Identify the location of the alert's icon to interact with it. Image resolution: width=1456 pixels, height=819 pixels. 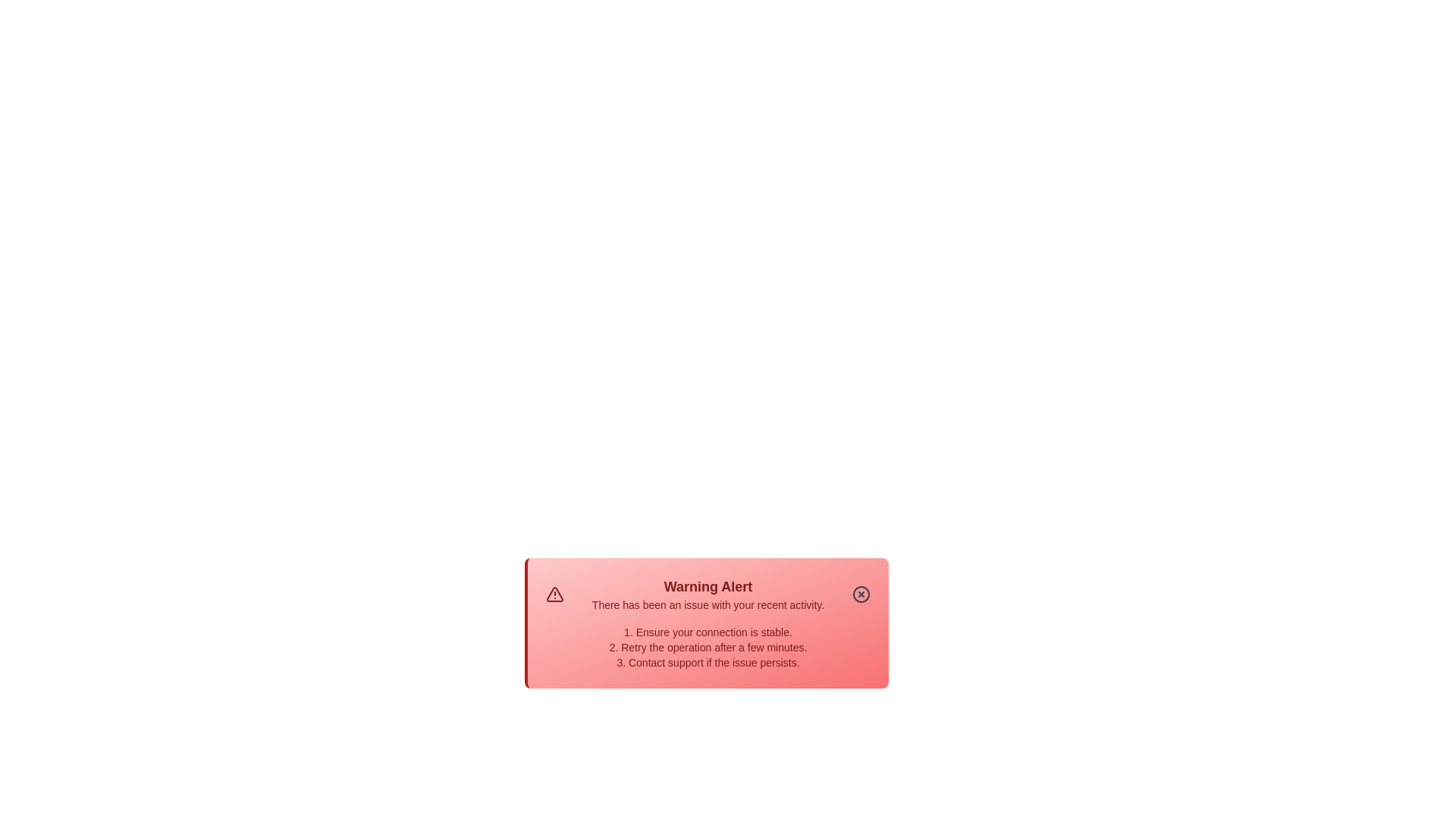
(554, 593).